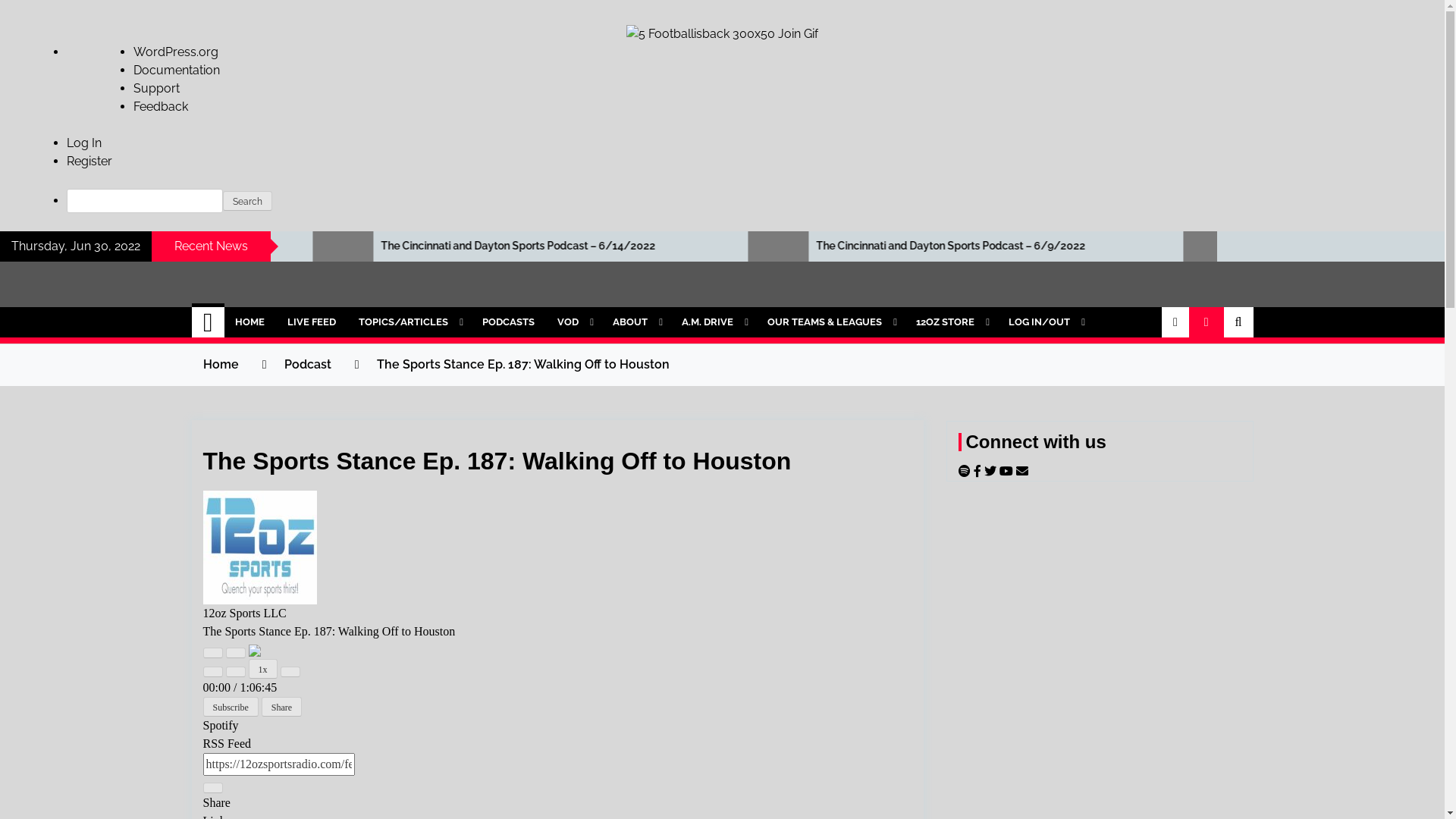 This screenshot has width=1456, height=819. Describe the element at coordinates (965, 470) in the screenshot. I see `'12oz Sports Network on Spotify'` at that location.